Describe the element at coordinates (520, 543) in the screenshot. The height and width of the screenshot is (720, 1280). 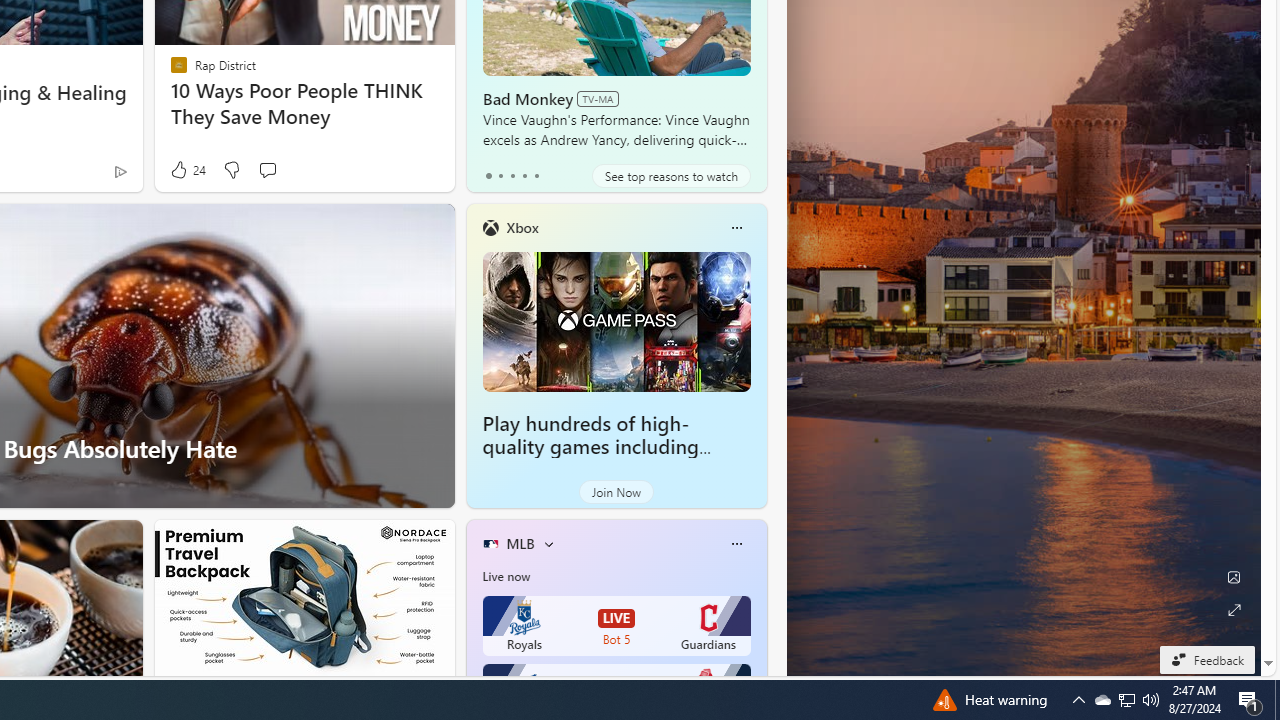
I see `'MLB'` at that location.